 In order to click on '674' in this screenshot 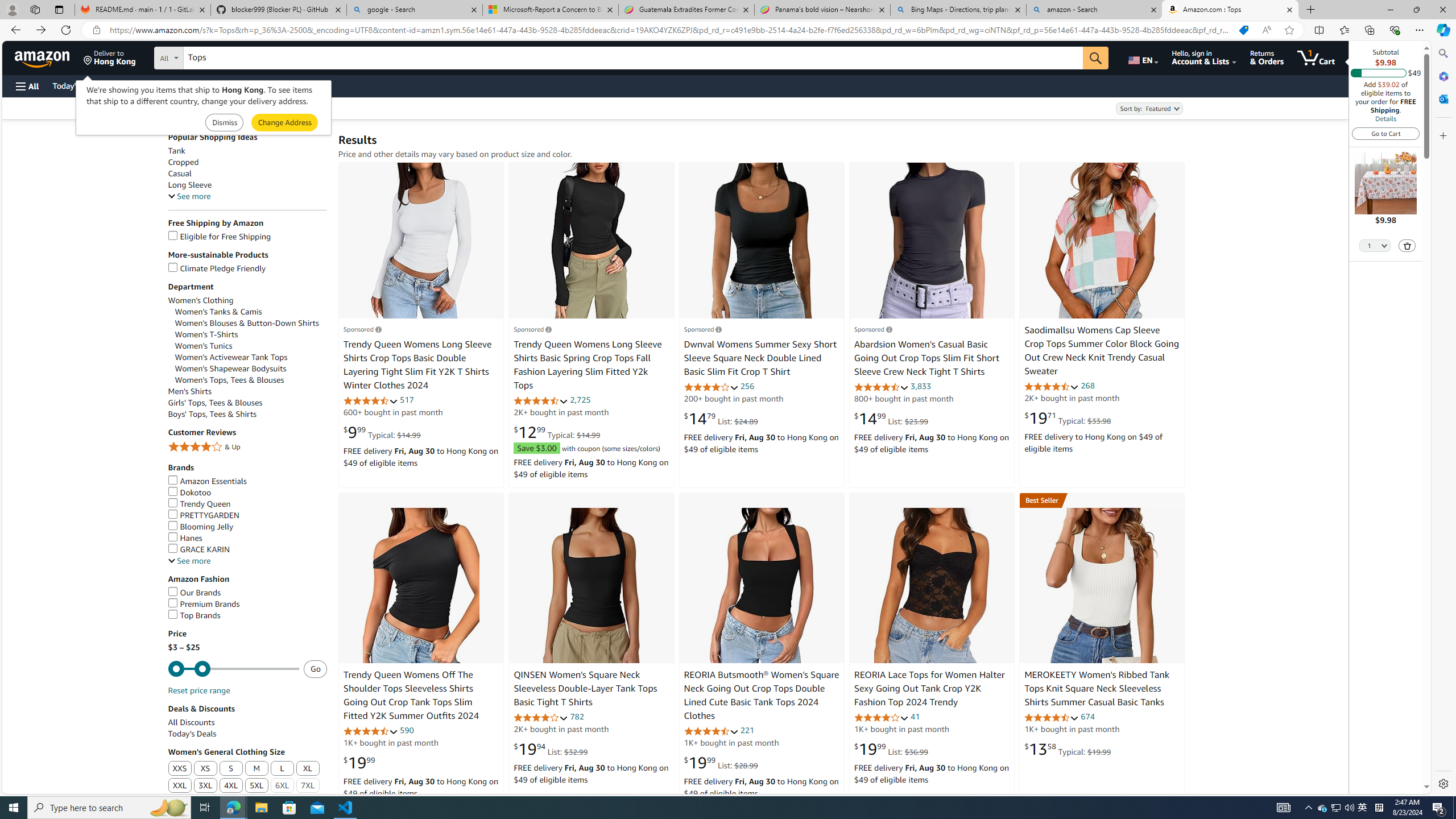, I will do `click(1087, 717)`.